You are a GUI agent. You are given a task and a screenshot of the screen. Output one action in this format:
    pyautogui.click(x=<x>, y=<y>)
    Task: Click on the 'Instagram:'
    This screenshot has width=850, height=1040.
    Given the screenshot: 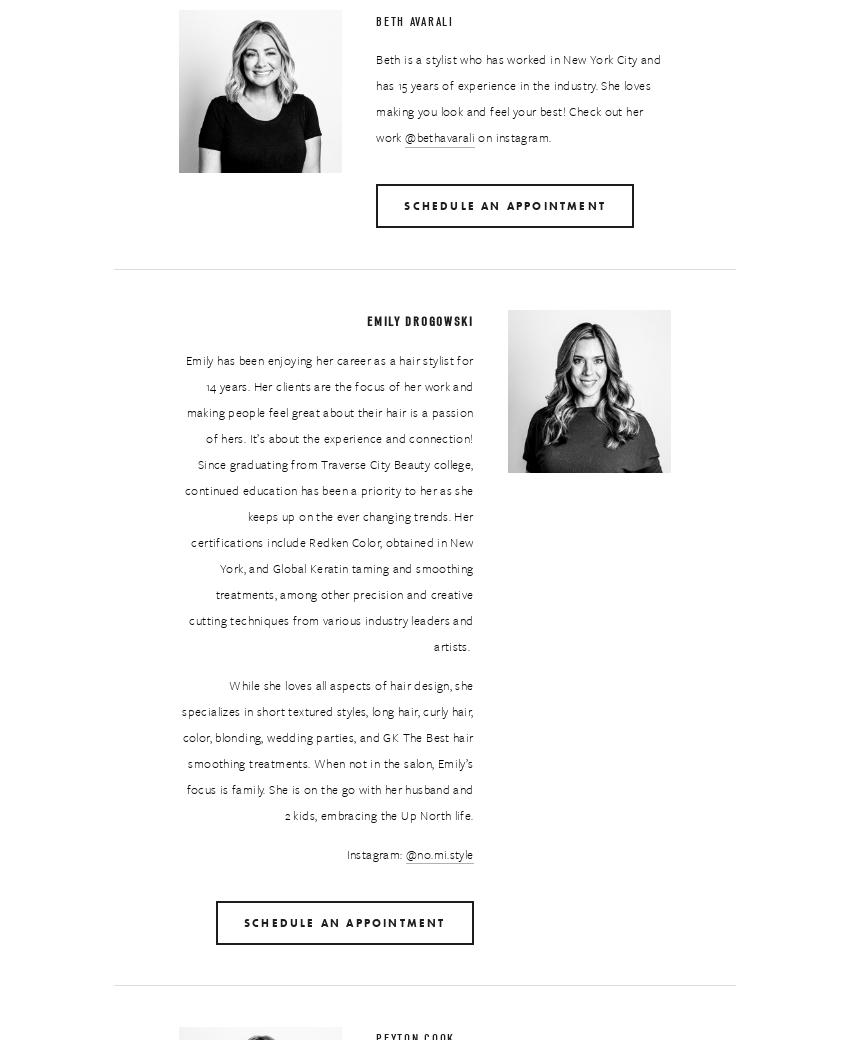 What is the action you would take?
    pyautogui.click(x=374, y=852)
    